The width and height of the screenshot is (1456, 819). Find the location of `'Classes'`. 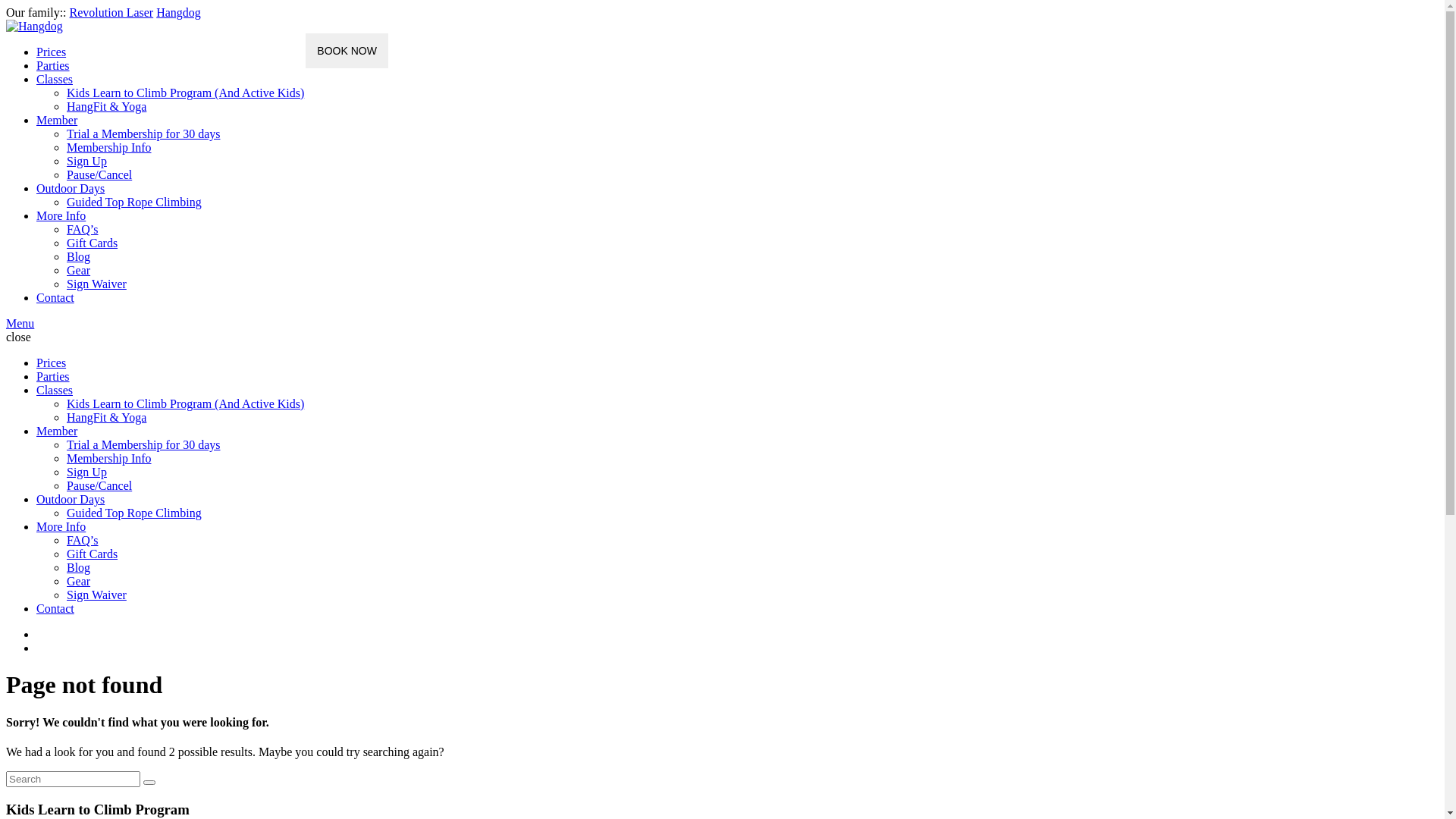

'Classes' is located at coordinates (55, 389).